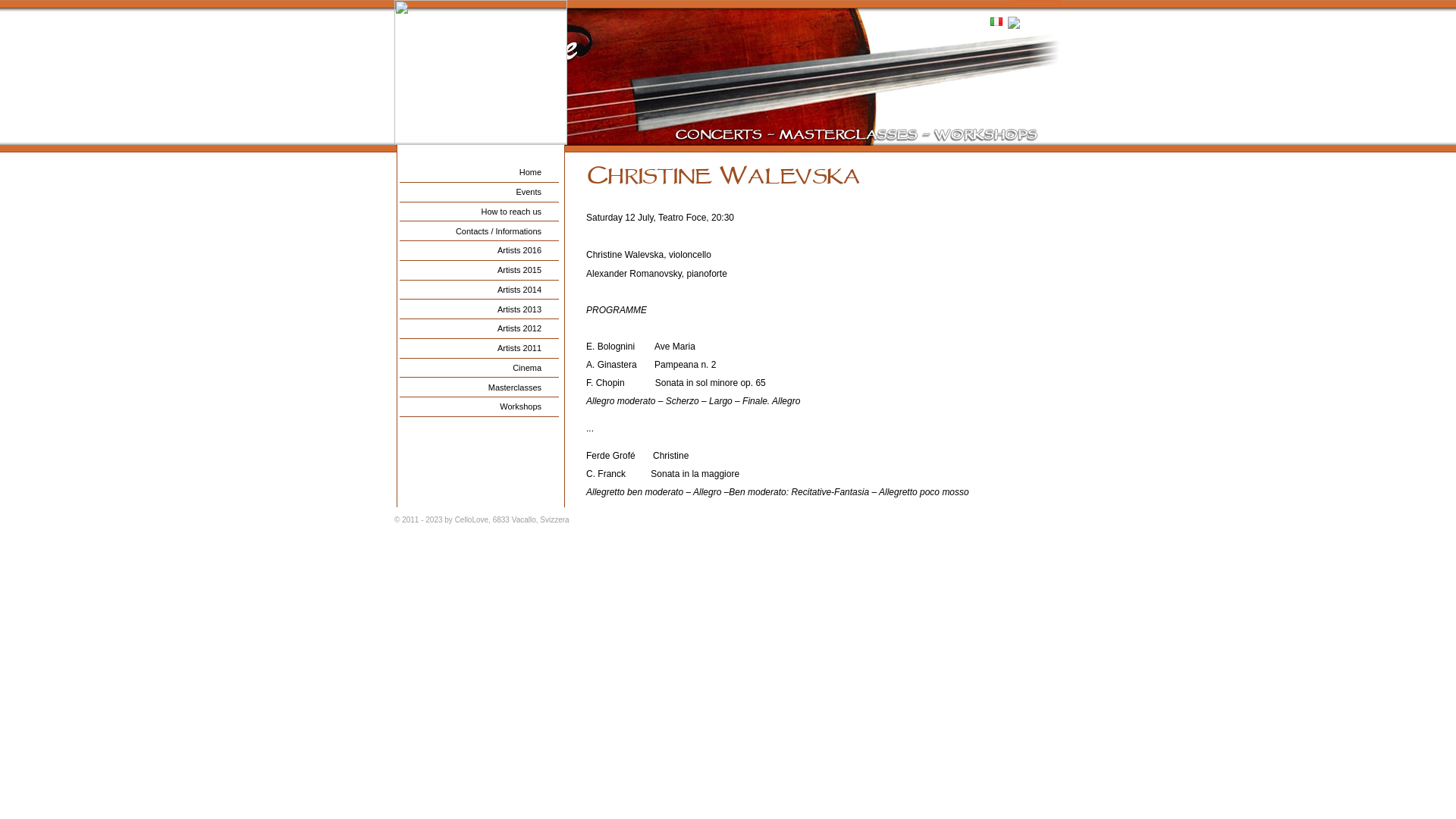 The width and height of the screenshot is (1456, 819). I want to click on 'Artists 2014', so click(479, 290).